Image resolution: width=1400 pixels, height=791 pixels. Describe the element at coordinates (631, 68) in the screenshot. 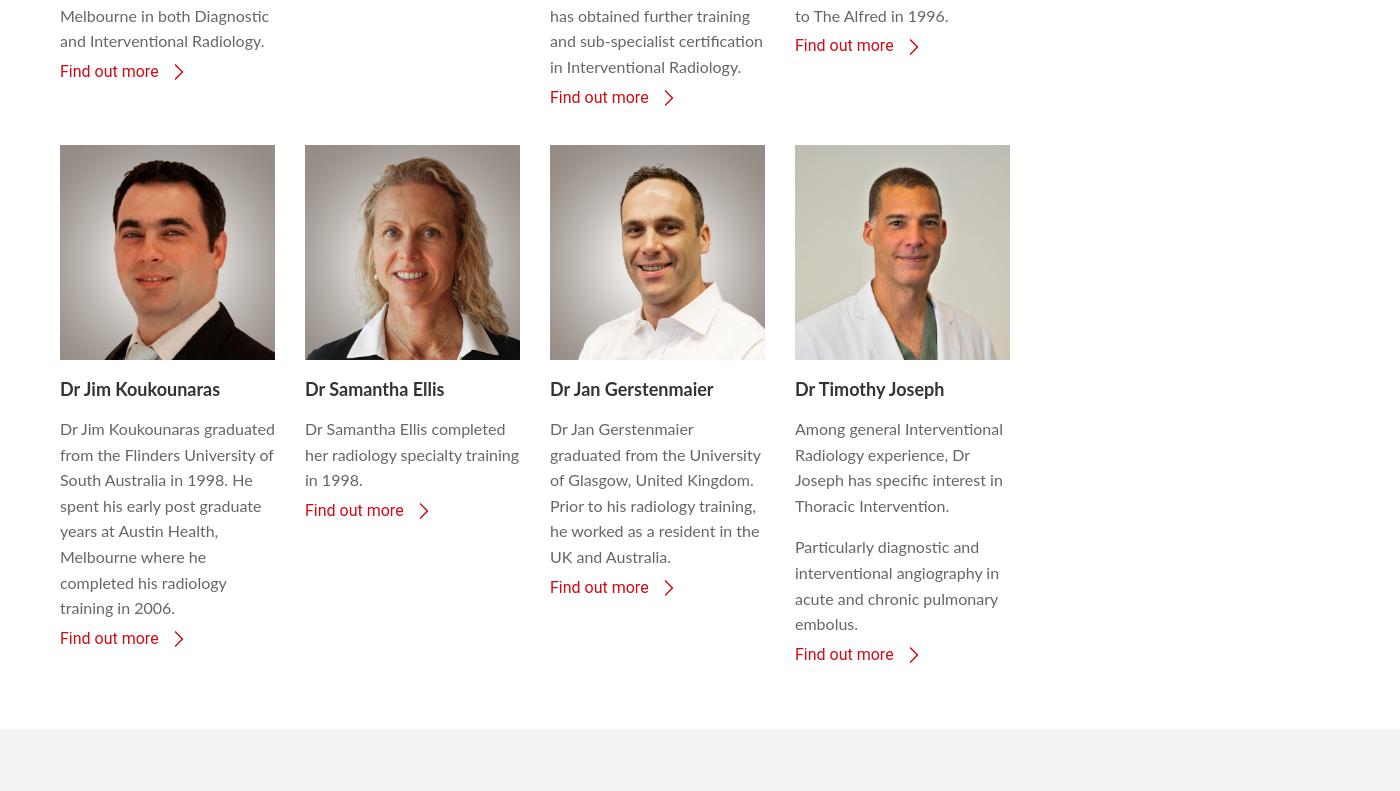

I see `'Dr Jan Gerstenmaier'` at that location.